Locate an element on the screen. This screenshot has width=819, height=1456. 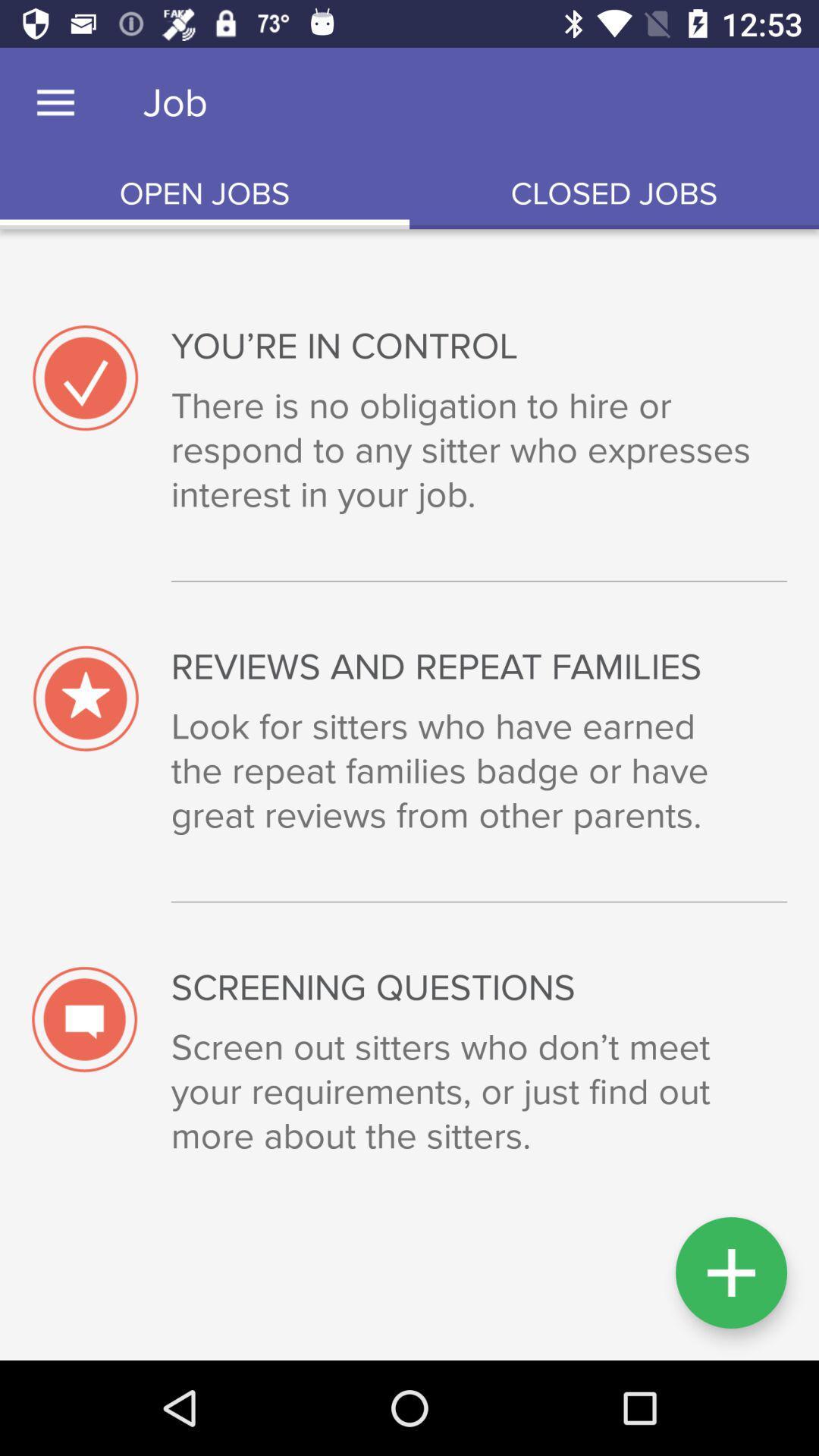
item next to the open jobs icon is located at coordinates (614, 193).